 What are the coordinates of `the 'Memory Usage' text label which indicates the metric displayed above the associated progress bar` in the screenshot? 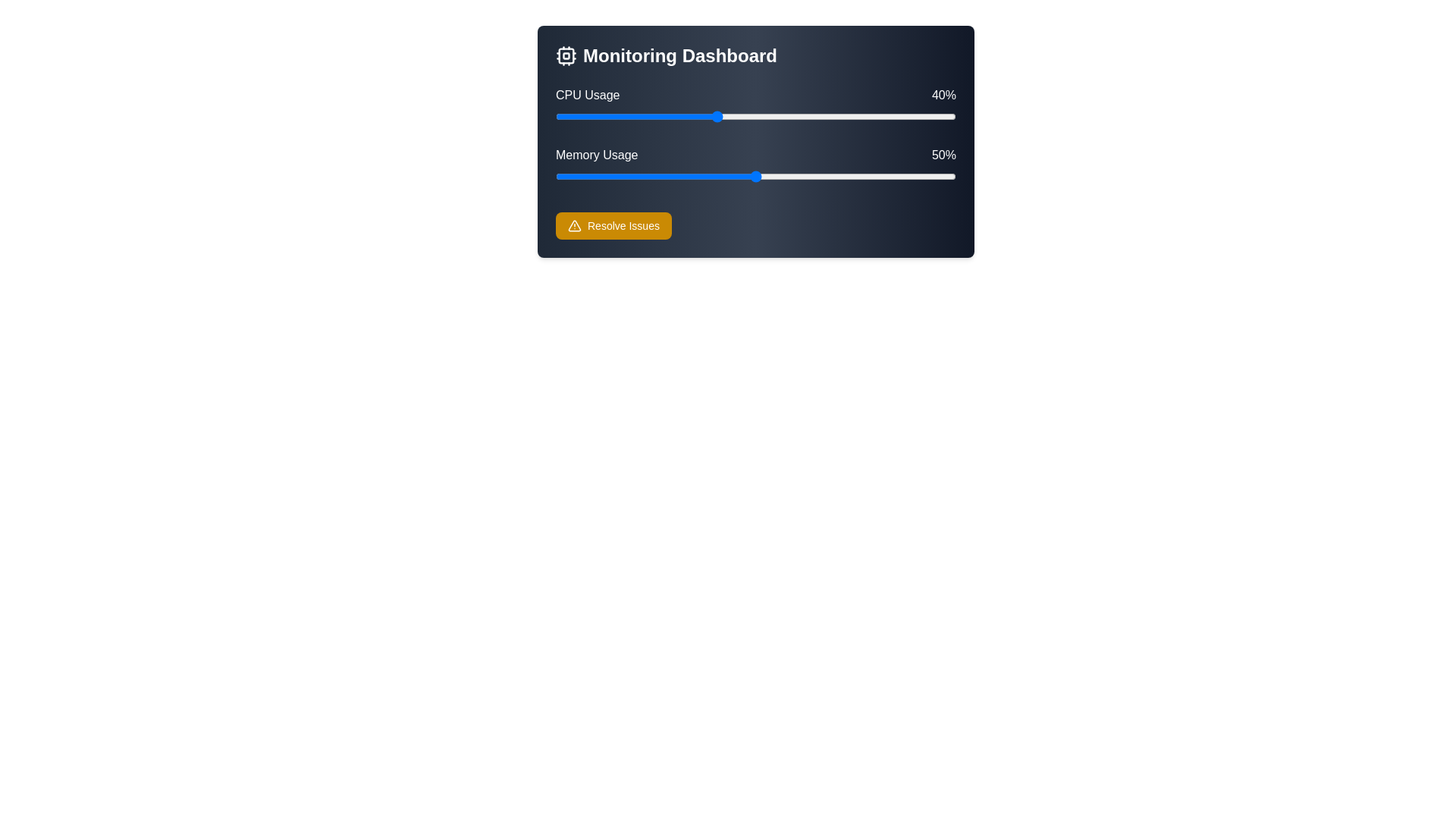 It's located at (596, 155).